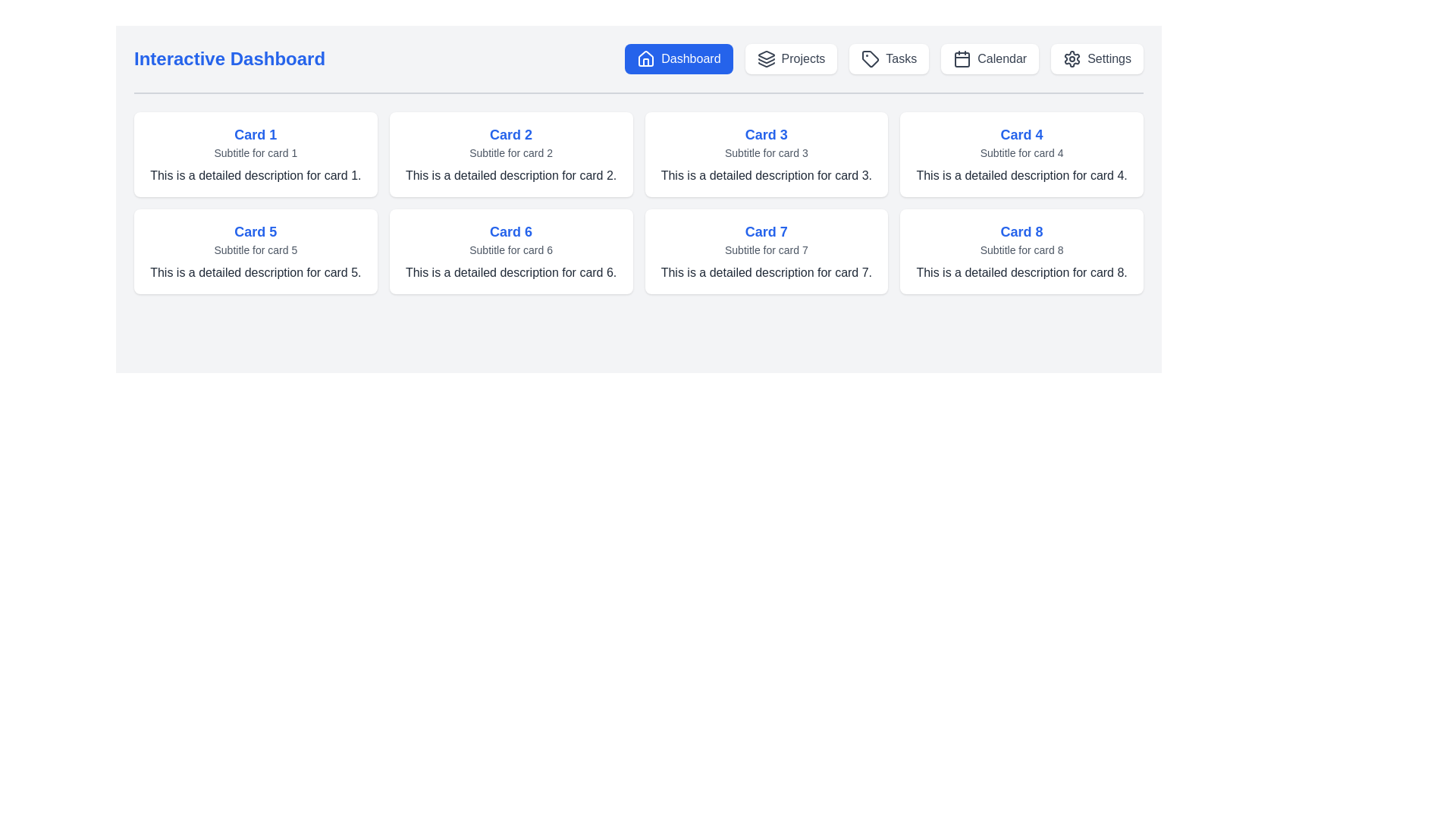 The image size is (1456, 819). I want to click on the bold, blue text label displaying 'Card 1' located at the top of the first card in the grid layout, so click(256, 133).